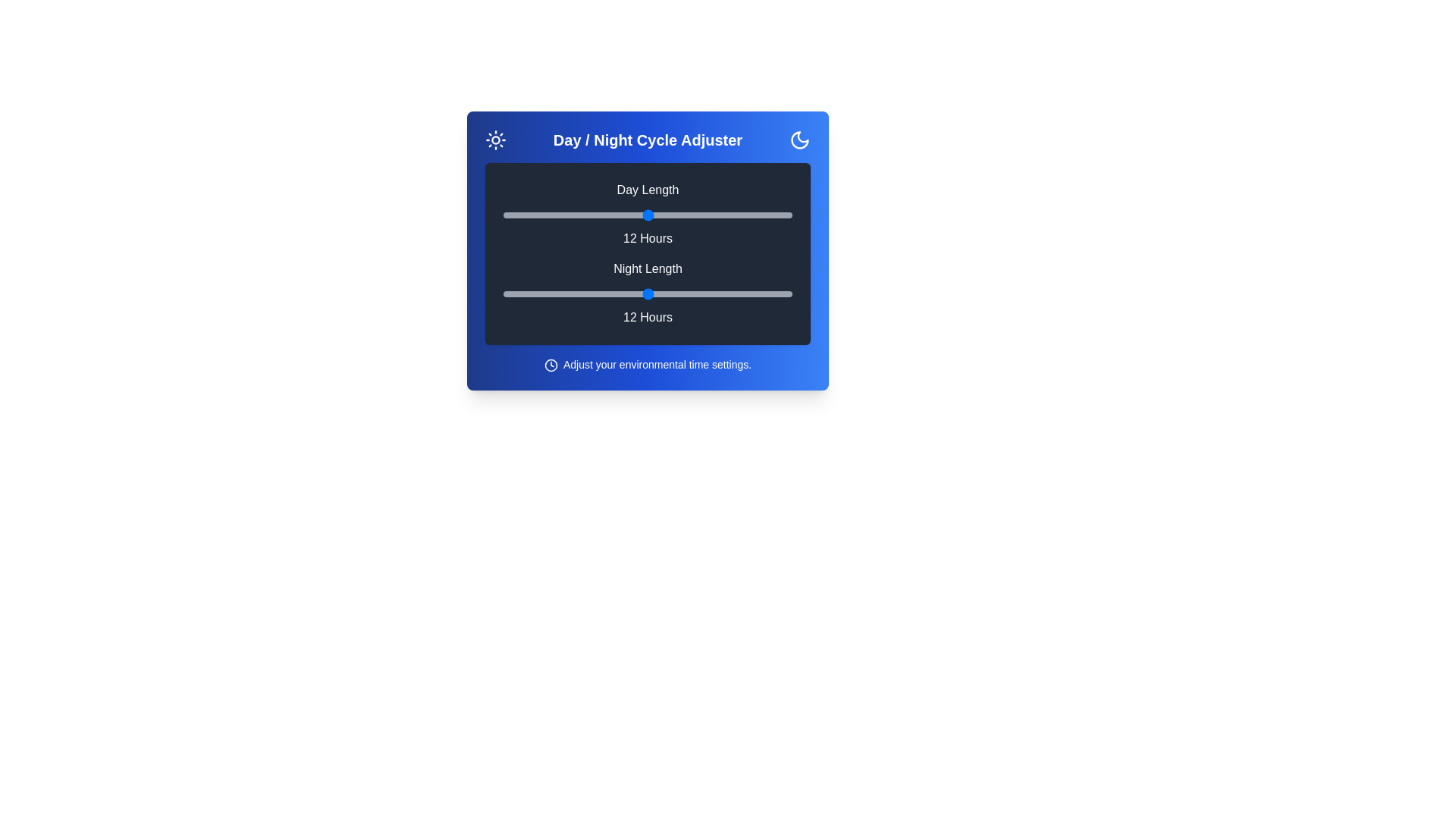 The width and height of the screenshot is (1456, 819). I want to click on the 'Day Length' slider to set the day duration to 15 hours, so click(719, 215).